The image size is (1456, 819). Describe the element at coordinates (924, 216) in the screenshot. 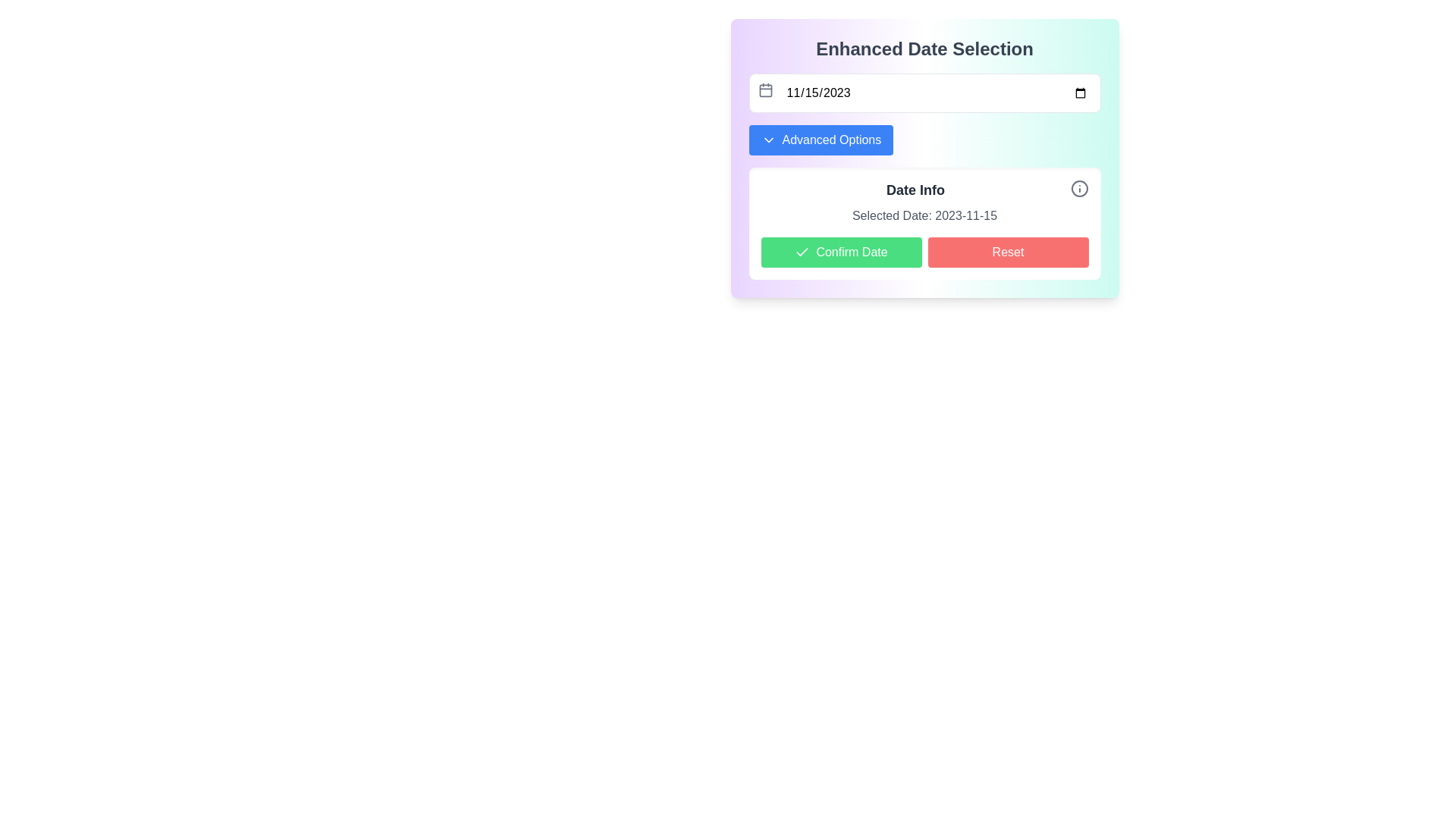

I see `the static text display that reads 'Selected Date: 2023-11-15', which is styled in gray and located under the 'Date Info' heading` at that location.